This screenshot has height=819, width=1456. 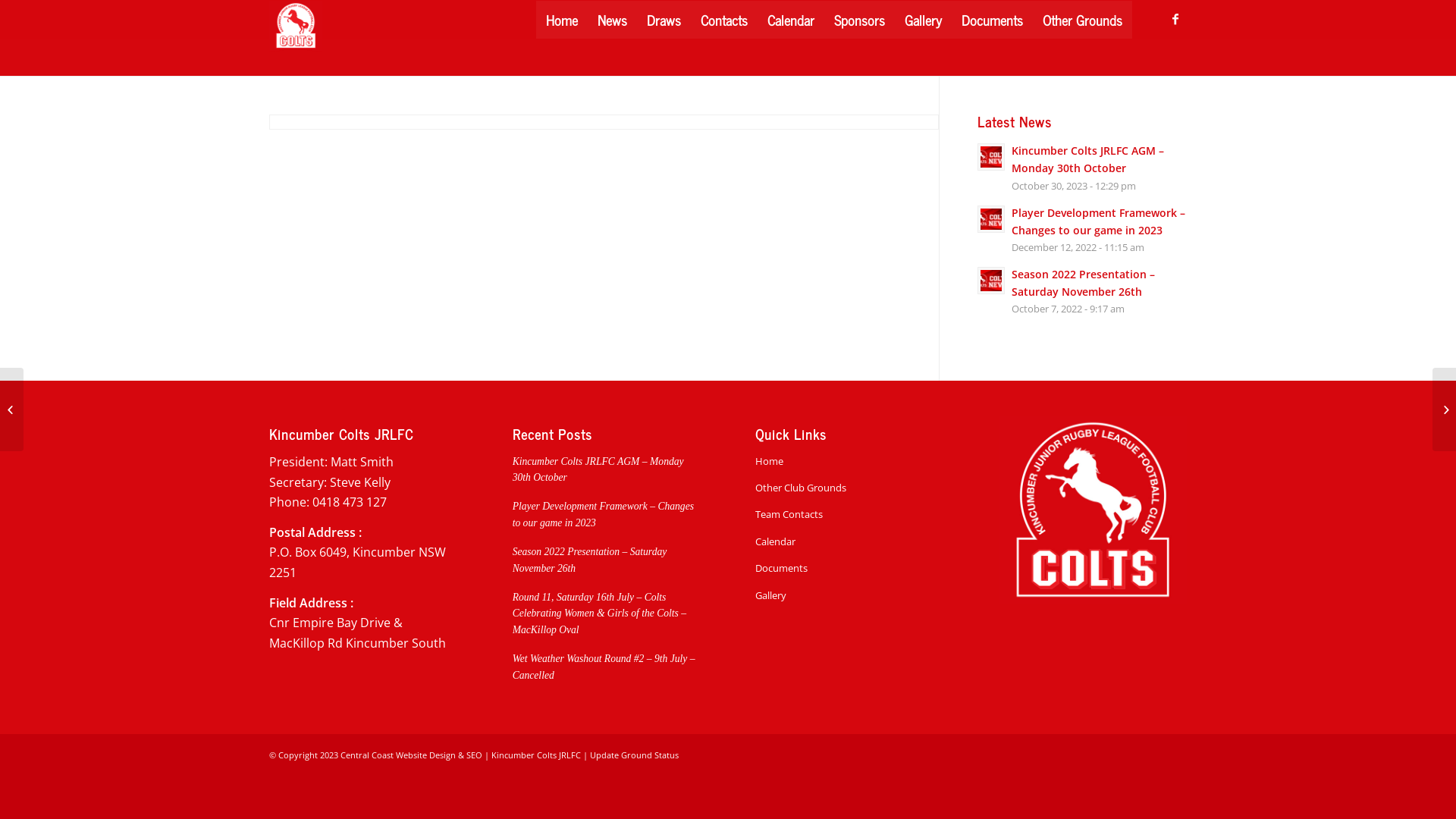 What do you see at coordinates (848, 541) in the screenshot?
I see `'Calendar'` at bounding box center [848, 541].